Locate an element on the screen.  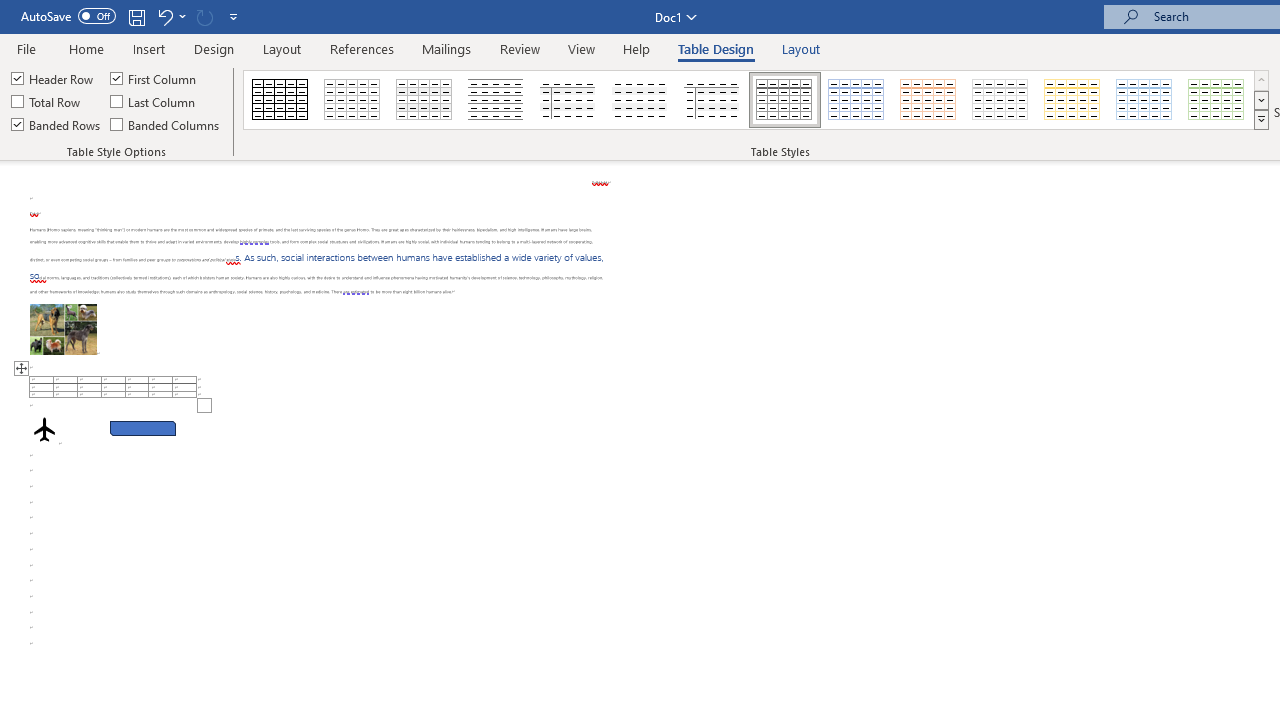
'Airplane with solid fill' is located at coordinates (44, 428).